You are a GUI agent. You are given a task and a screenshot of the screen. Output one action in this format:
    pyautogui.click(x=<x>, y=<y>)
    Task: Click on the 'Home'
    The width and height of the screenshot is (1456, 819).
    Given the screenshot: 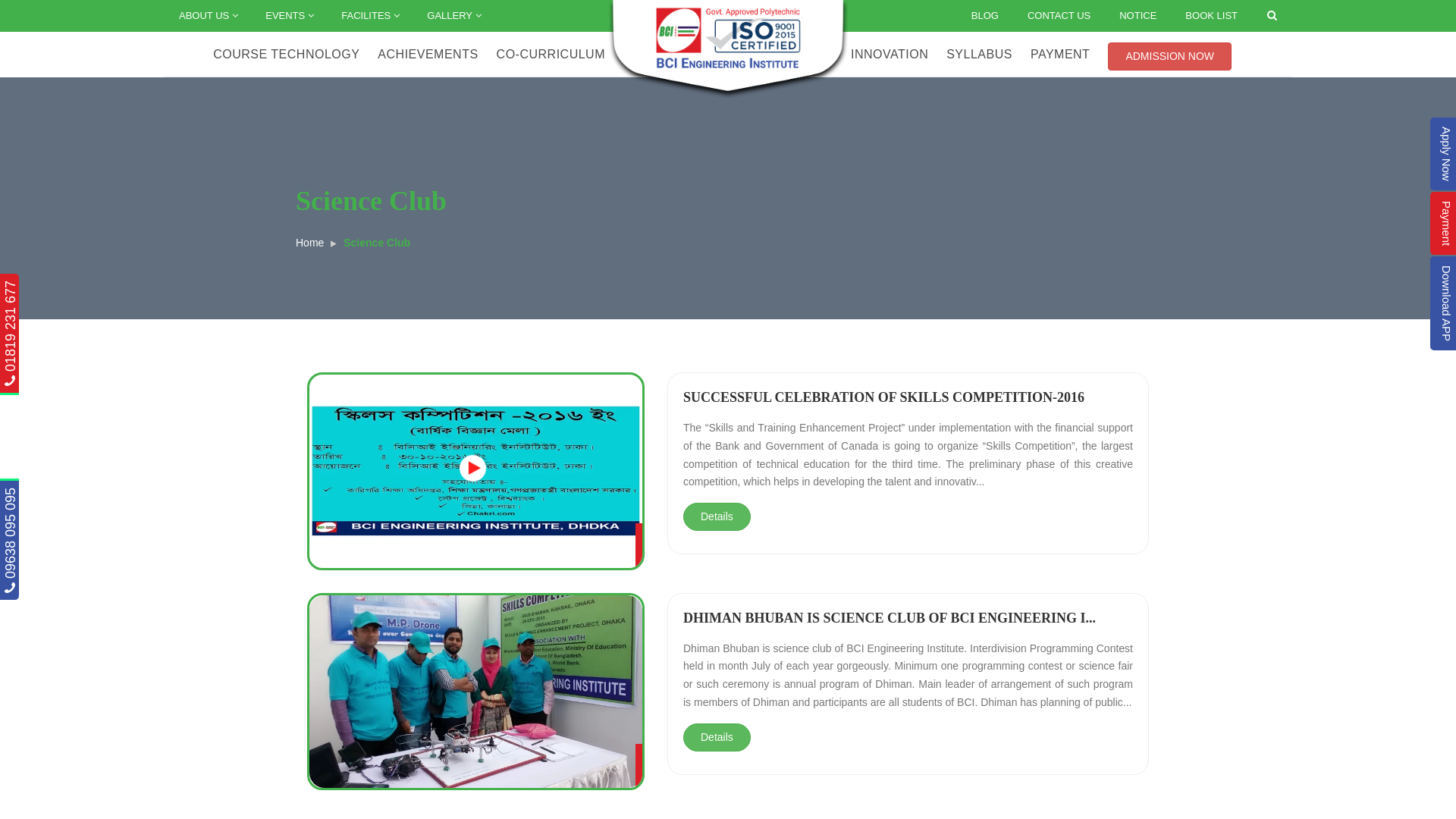 What is the action you would take?
    pyautogui.click(x=309, y=242)
    